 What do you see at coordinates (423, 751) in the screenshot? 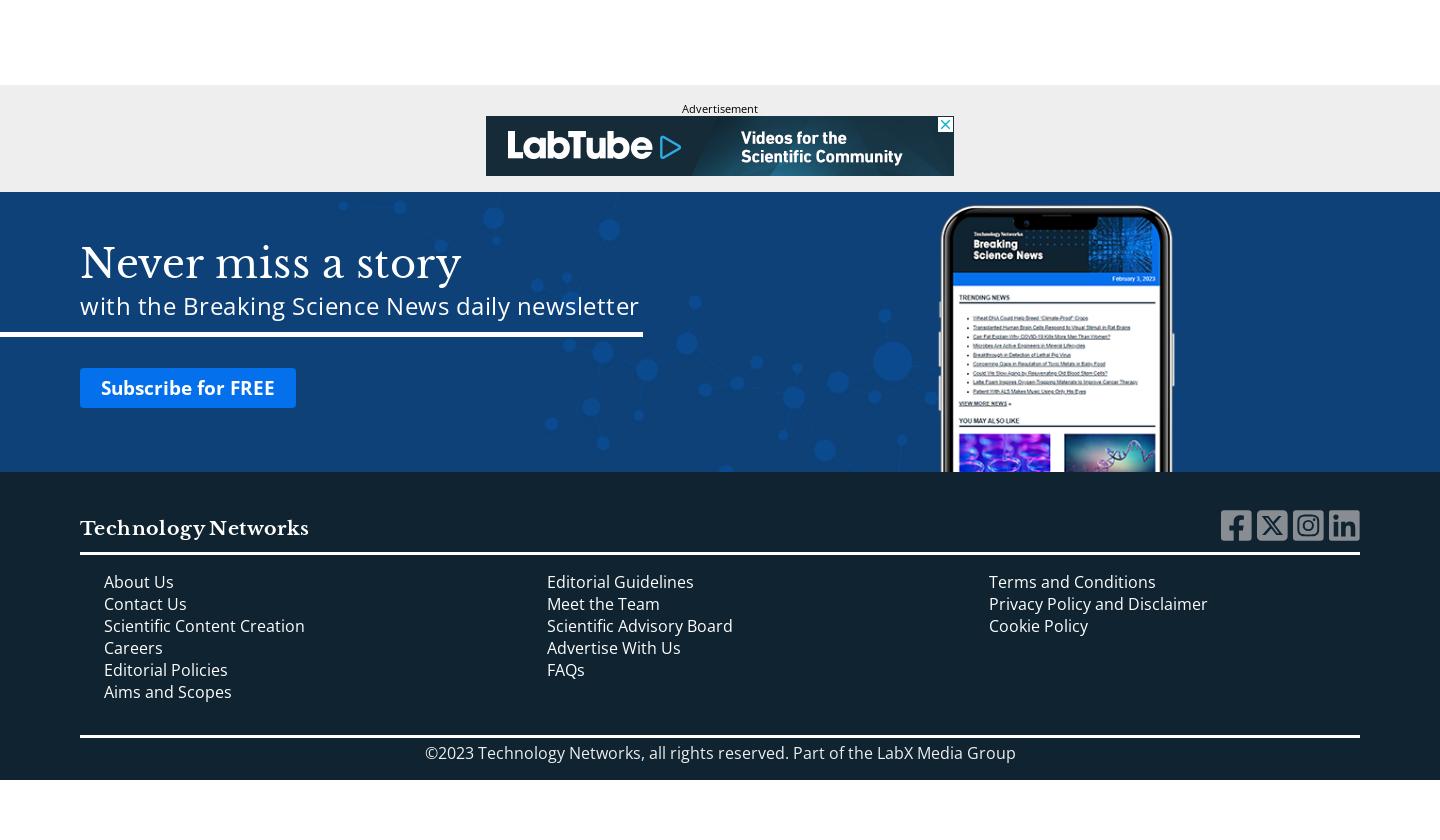
I see `'©2023 Technology Networks, all rights reserved. Part of the LabX Media Group'` at bounding box center [423, 751].